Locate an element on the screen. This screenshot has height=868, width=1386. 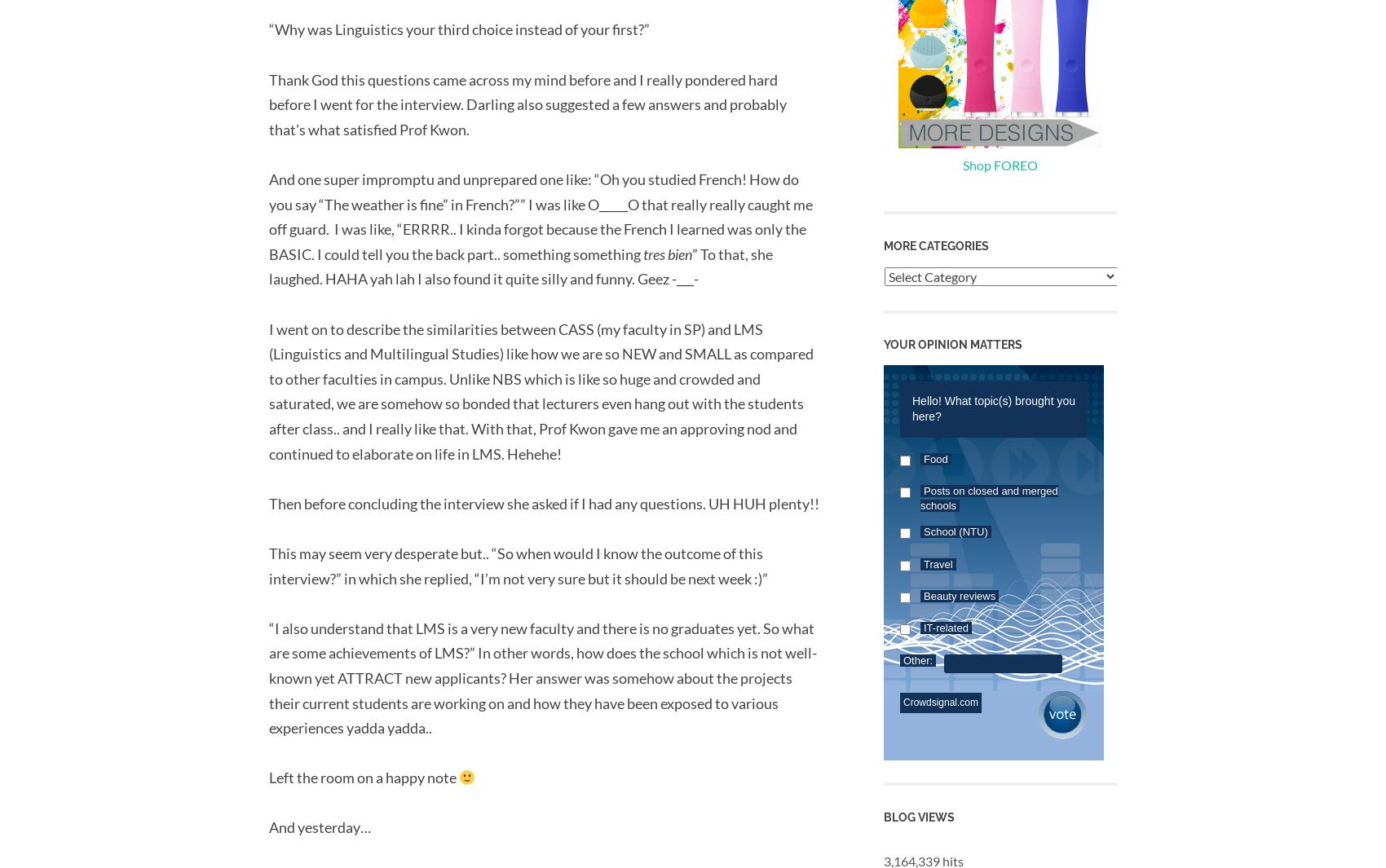
'More Categories' is located at coordinates (936, 244).